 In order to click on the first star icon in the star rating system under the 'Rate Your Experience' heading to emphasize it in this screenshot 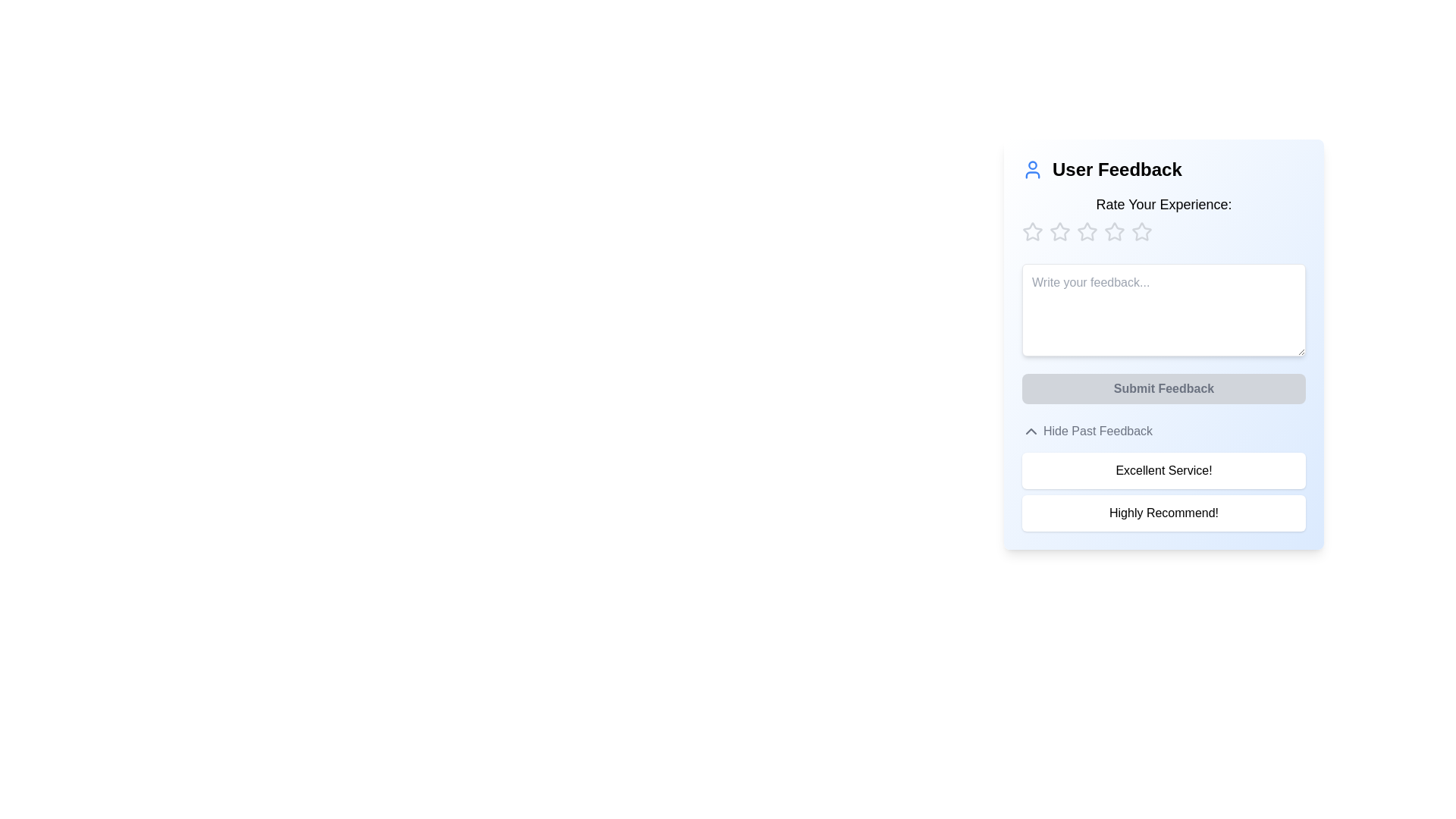, I will do `click(1059, 231)`.